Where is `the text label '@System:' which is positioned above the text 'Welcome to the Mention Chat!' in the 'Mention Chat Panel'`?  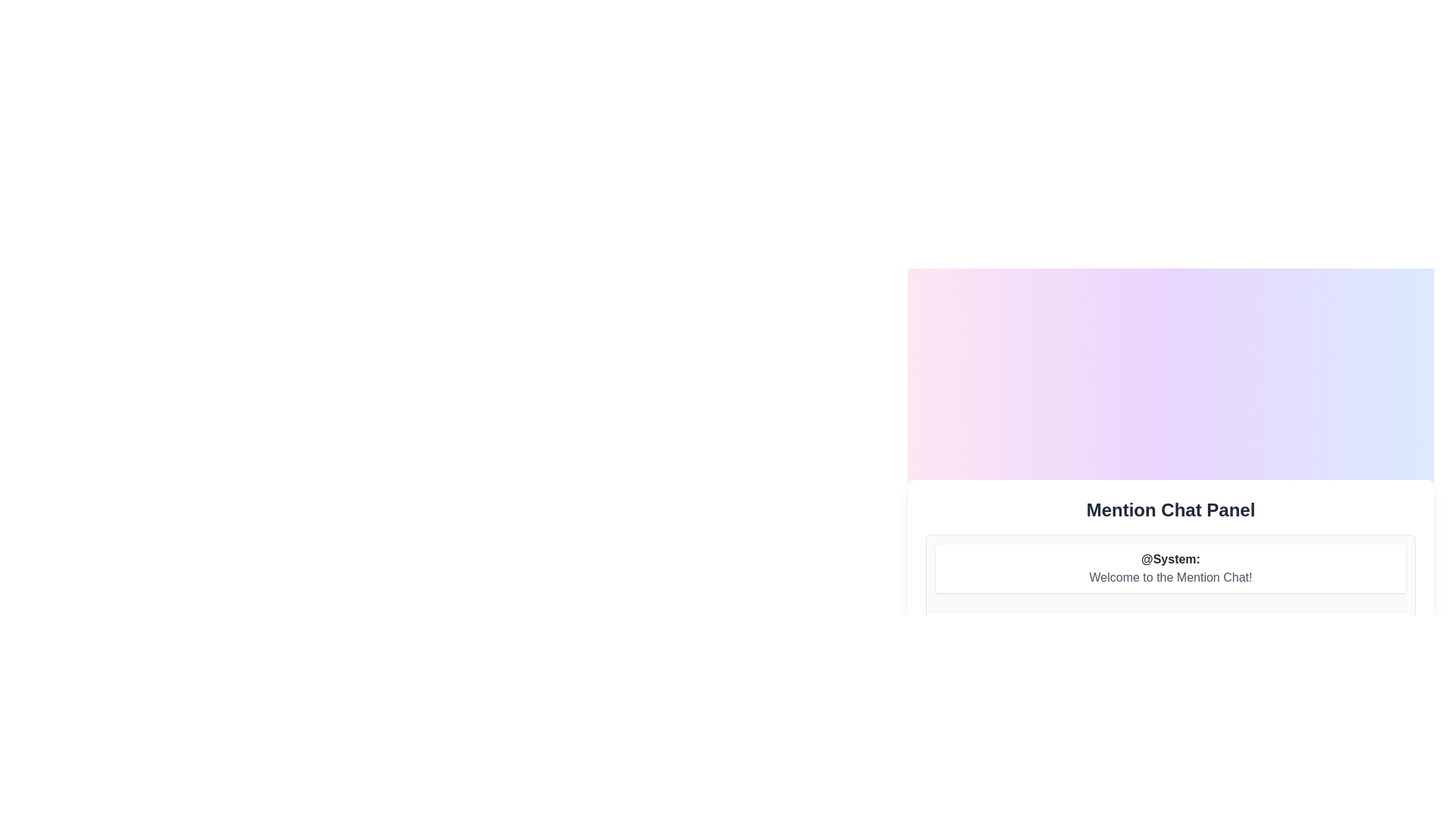
the text label '@System:' which is positioned above the text 'Welcome to the Mention Chat!' in the 'Mention Chat Panel' is located at coordinates (1170, 559).